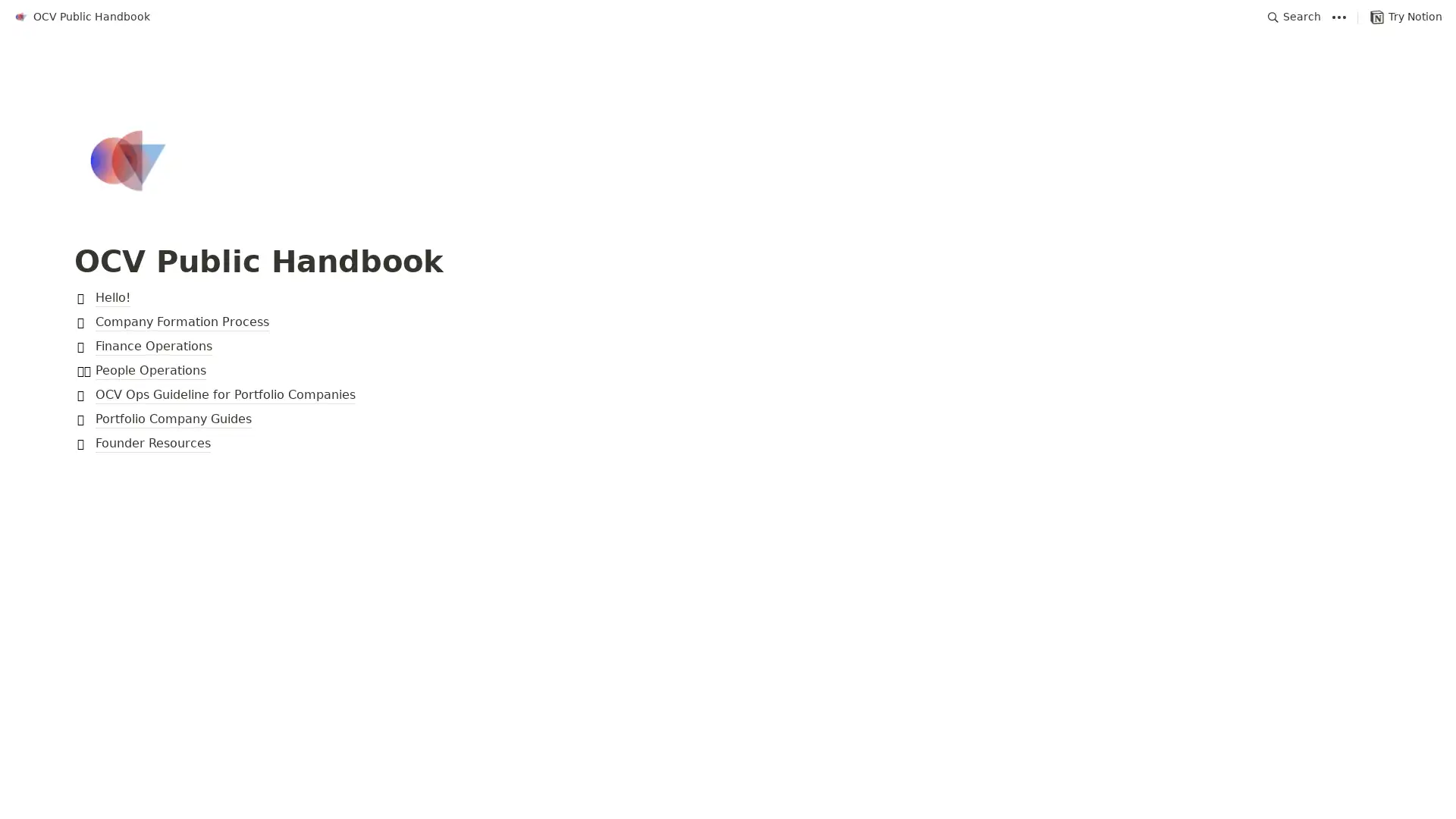 This screenshot has width=1456, height=819. I want to click on Hello!, so click(728, 298).